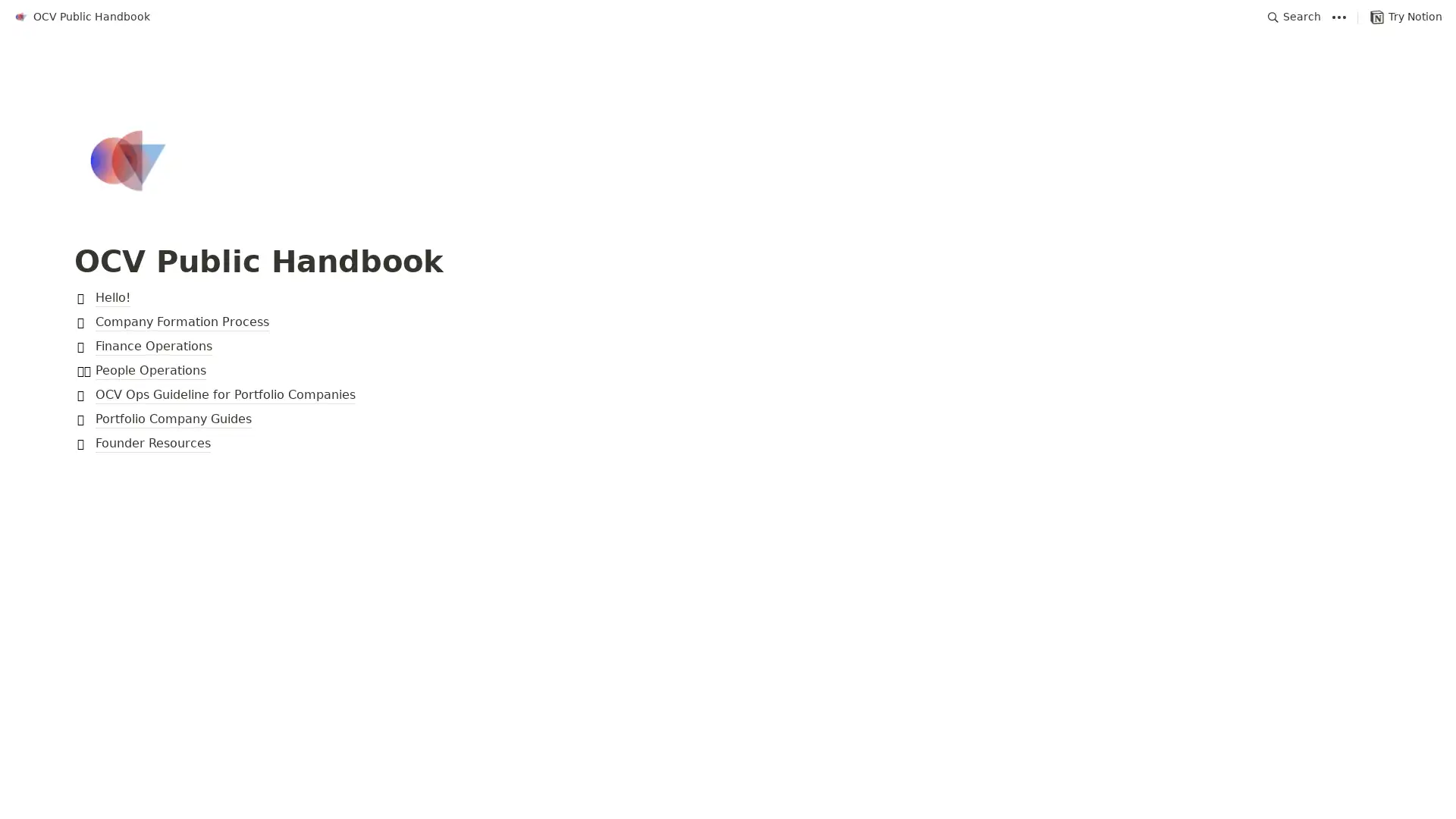 This screenshot has width=1456, height=819. I want to click on Hello!, so click(728, 298).